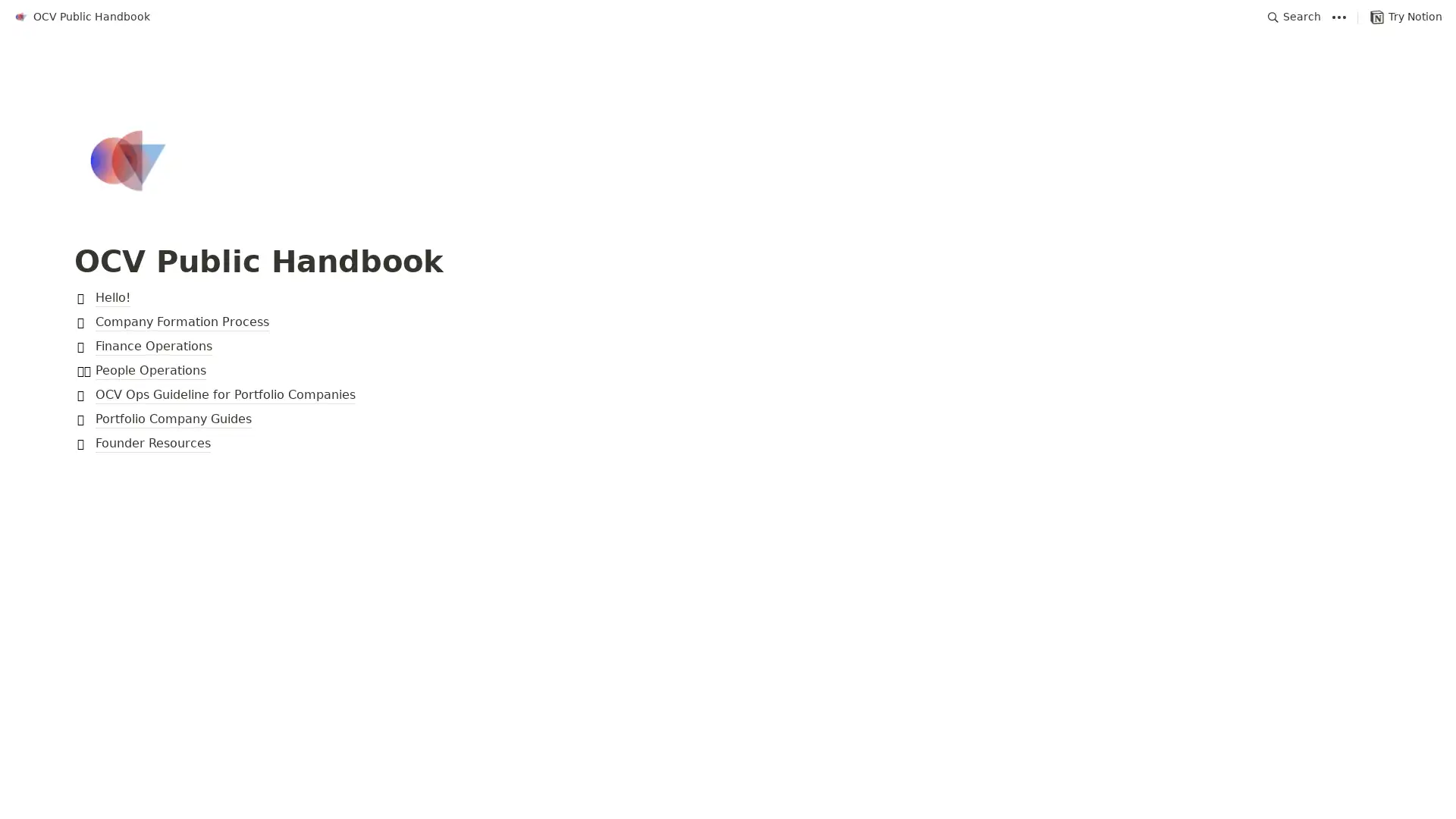 This screenshot has width=1456, height=819. I want to click on Hello!, so click(728, 298).